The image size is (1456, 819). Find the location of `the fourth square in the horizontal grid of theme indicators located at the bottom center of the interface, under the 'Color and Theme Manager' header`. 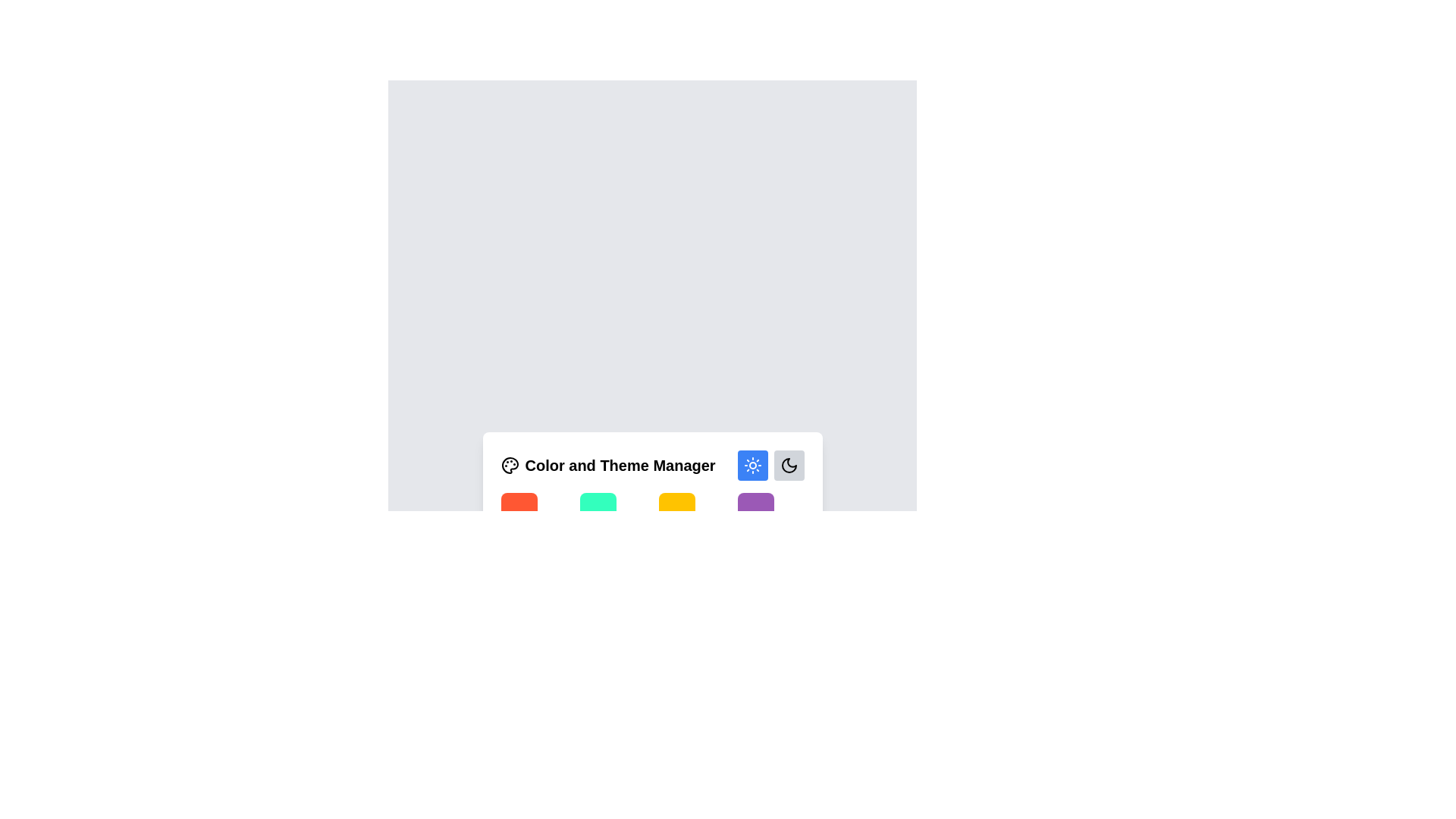

the fourth square in the horizontal grid of theme indicators located at the bottom center of the interface, under the 'Color and Theme Manager' header is located at coordinates (755, 511).